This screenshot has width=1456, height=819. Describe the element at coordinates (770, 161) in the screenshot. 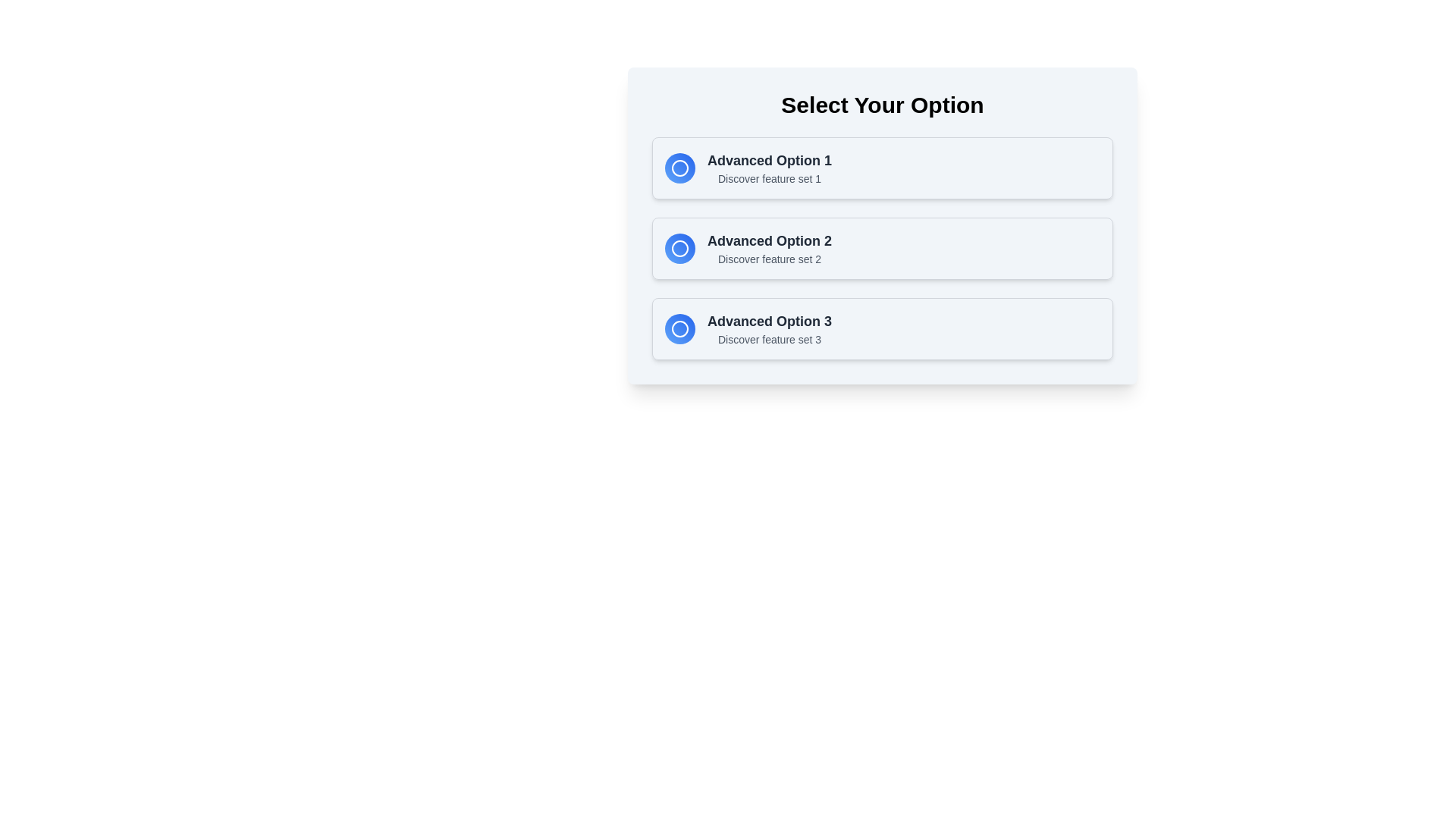

I see `the informational text label that identifies the first option in a vertically arranged list, located to the right of a circular button` at that location.